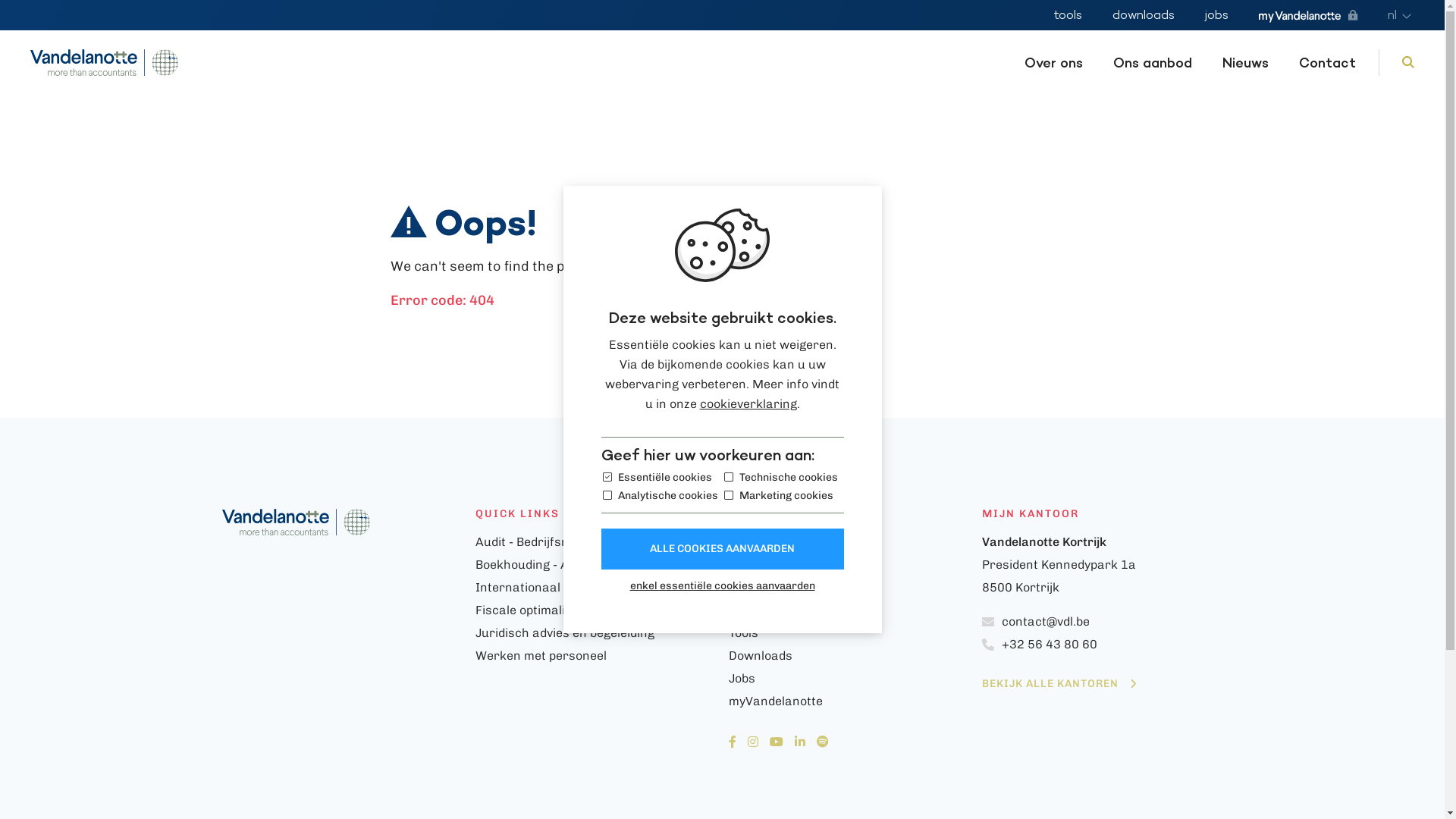 The height and width of the screenshot is (819, 1456). I want to click on '+32 56 43 80 60', so click(1102, 644).